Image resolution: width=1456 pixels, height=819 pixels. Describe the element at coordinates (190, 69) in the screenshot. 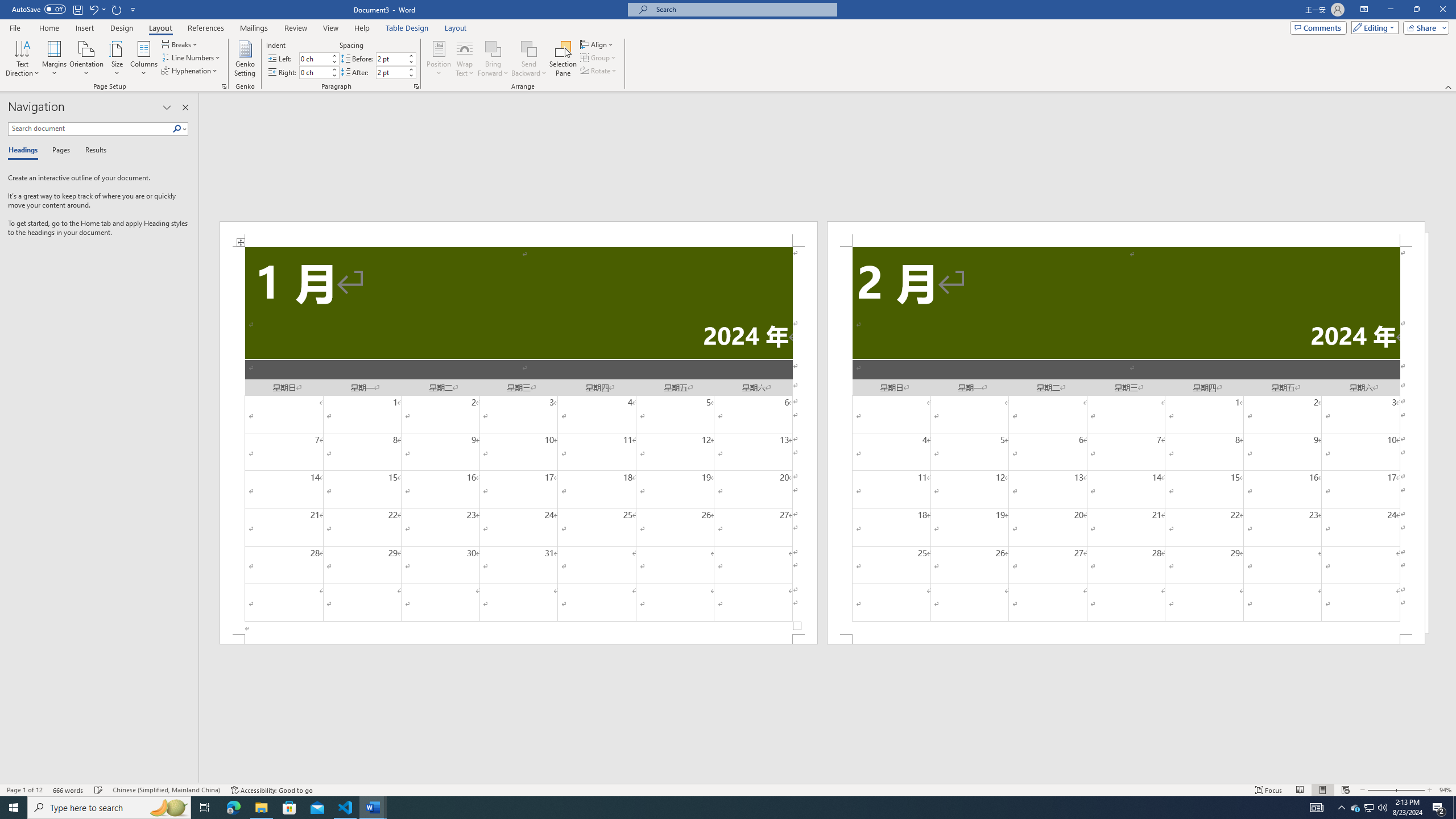

I see `'Hyphenation'` at that location.